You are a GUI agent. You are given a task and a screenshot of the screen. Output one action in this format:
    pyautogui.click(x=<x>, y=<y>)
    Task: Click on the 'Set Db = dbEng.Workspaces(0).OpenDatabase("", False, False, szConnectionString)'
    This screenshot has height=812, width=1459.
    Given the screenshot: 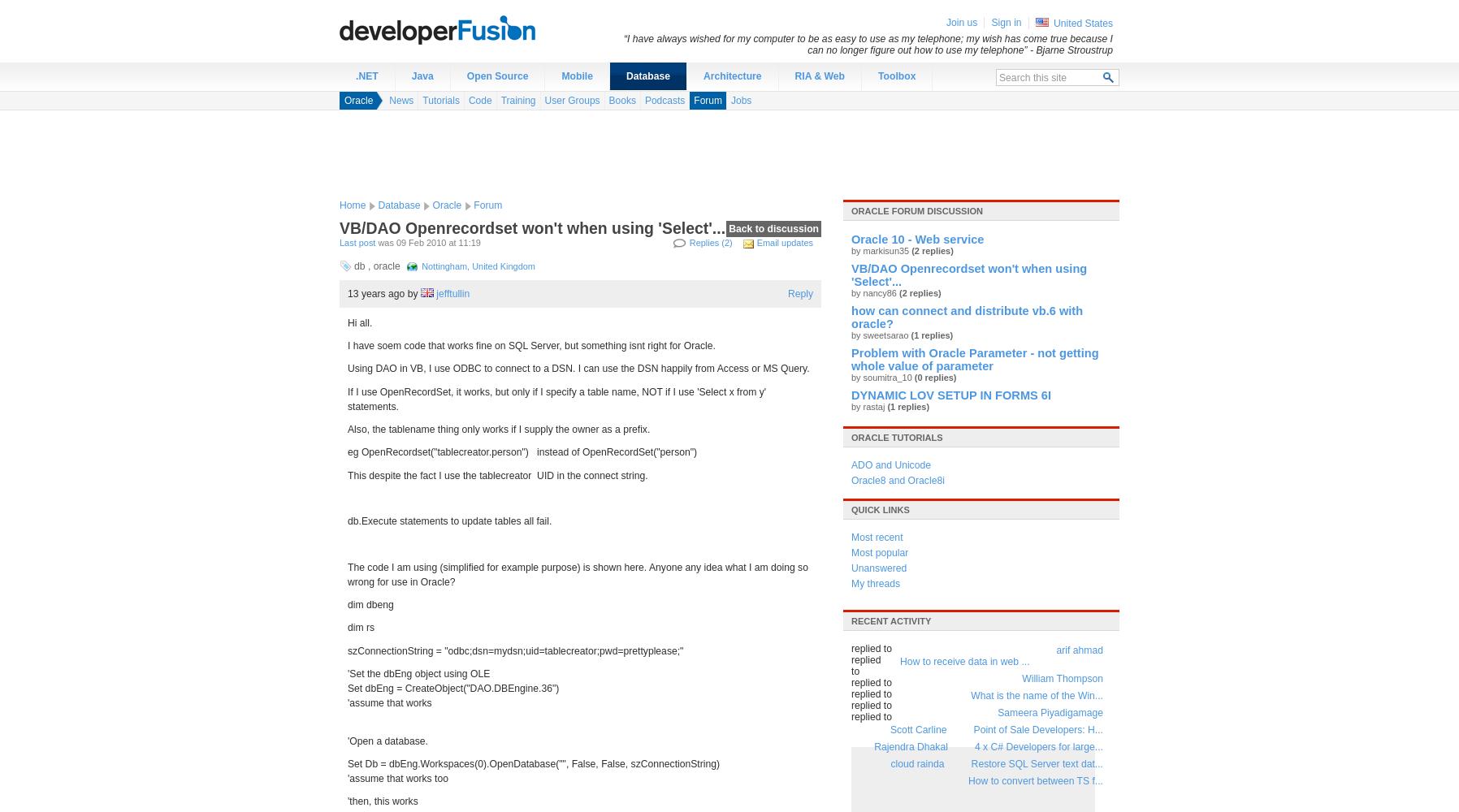 What is the action you would take?
    pyautogui.click(x=532, y=762)
    